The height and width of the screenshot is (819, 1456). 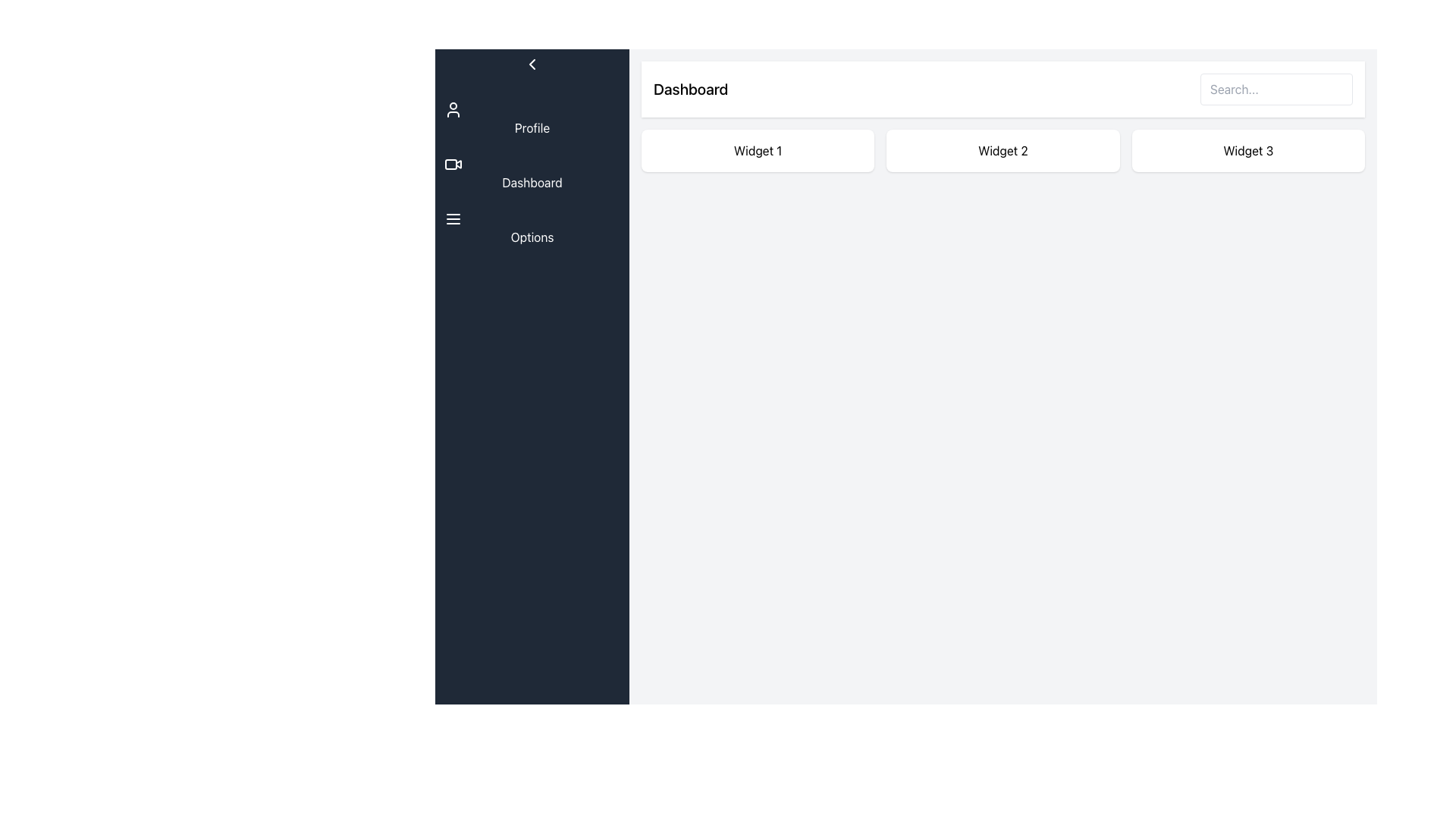 What do you see at coordinates (532, 172) in the screenshot?
I see `the Dashboard navigation button located in the left-hand side navigation pane` at bounding box center [532, 172].